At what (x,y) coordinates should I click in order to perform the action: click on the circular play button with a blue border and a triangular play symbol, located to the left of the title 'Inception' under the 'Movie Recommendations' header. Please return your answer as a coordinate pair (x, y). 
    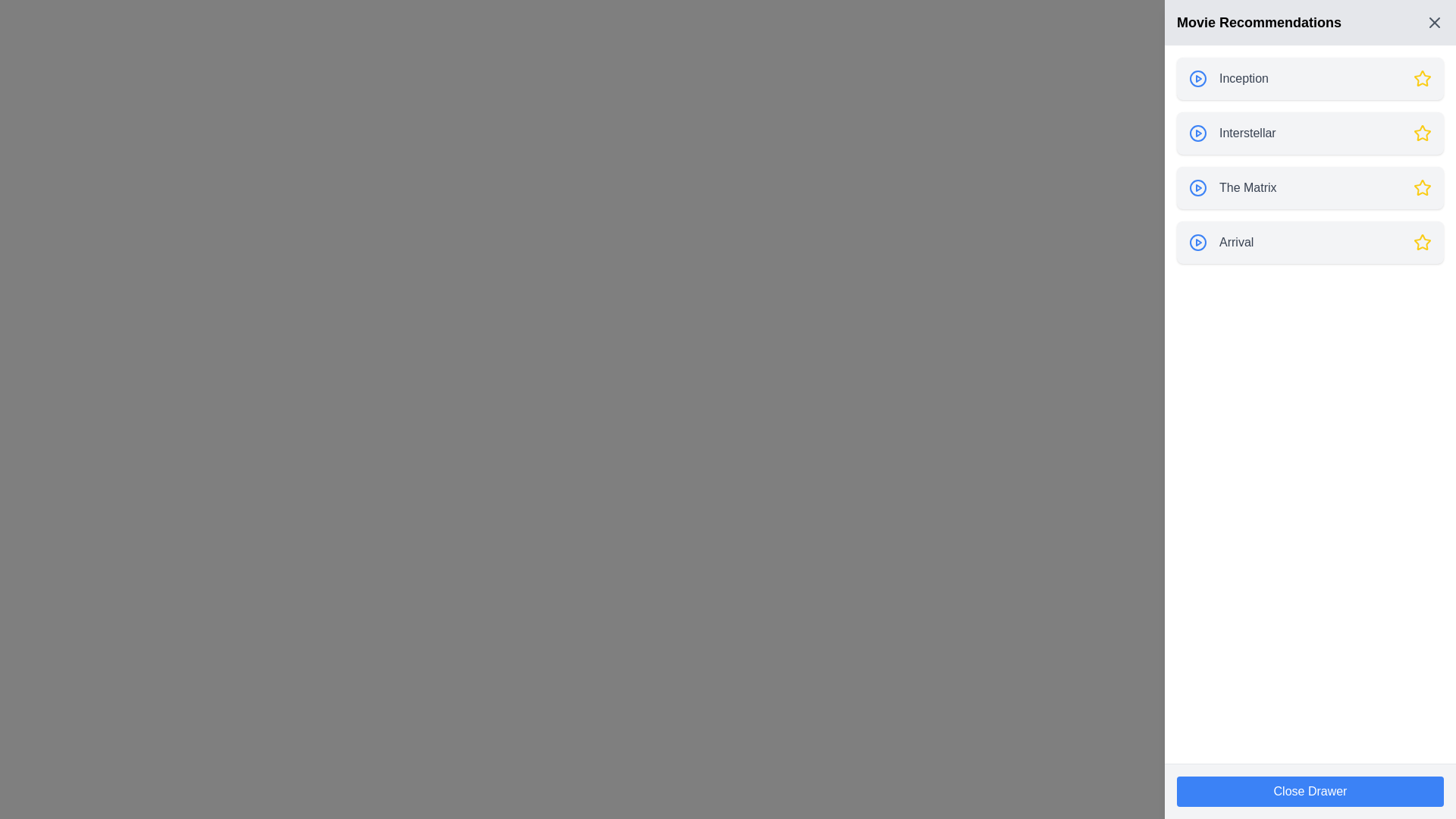
    Looking at the image, I should click on (1197, 79).